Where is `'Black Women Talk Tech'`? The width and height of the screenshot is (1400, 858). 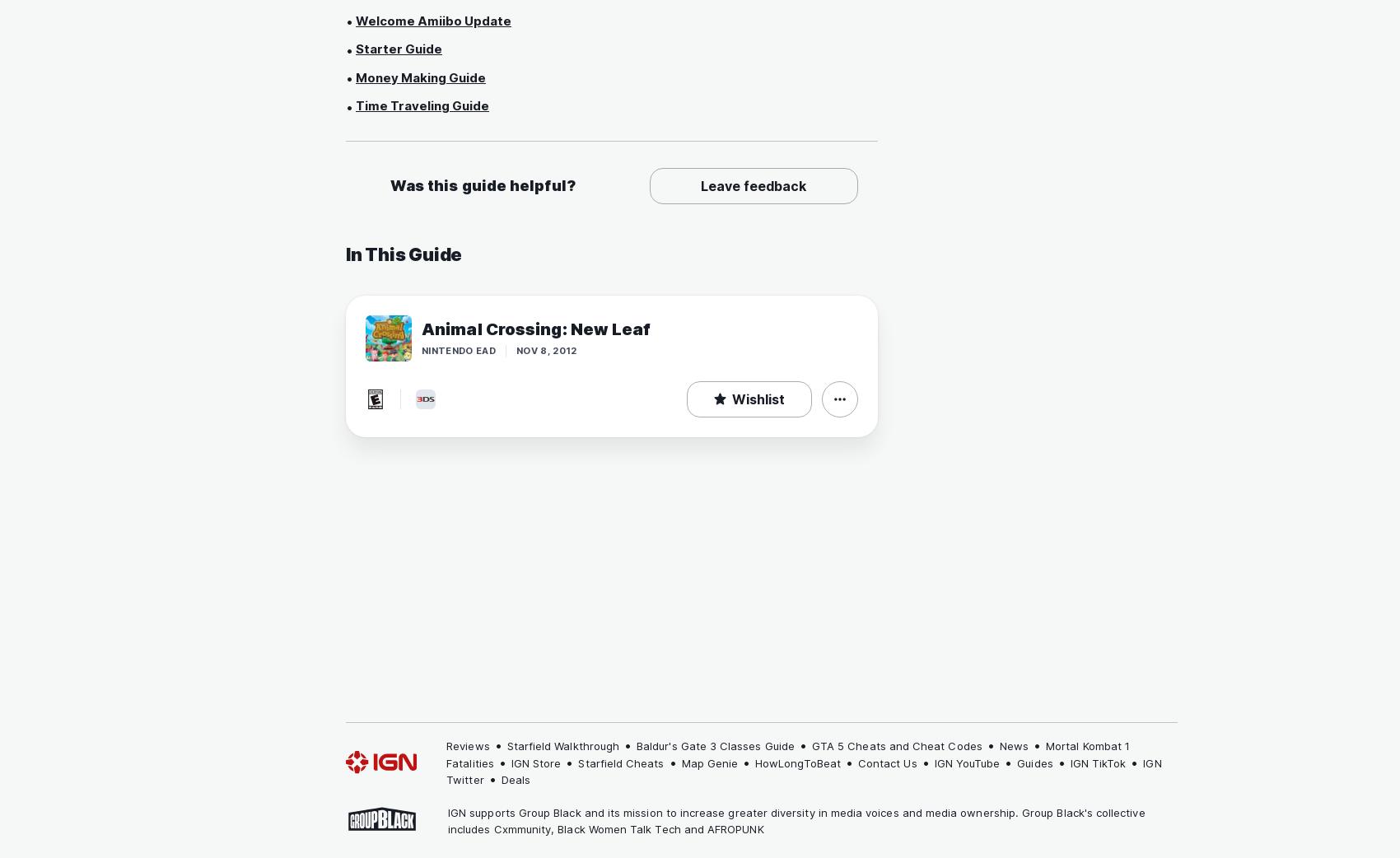 'Black Women Talk Tech' is located at coordinates (618, 828).